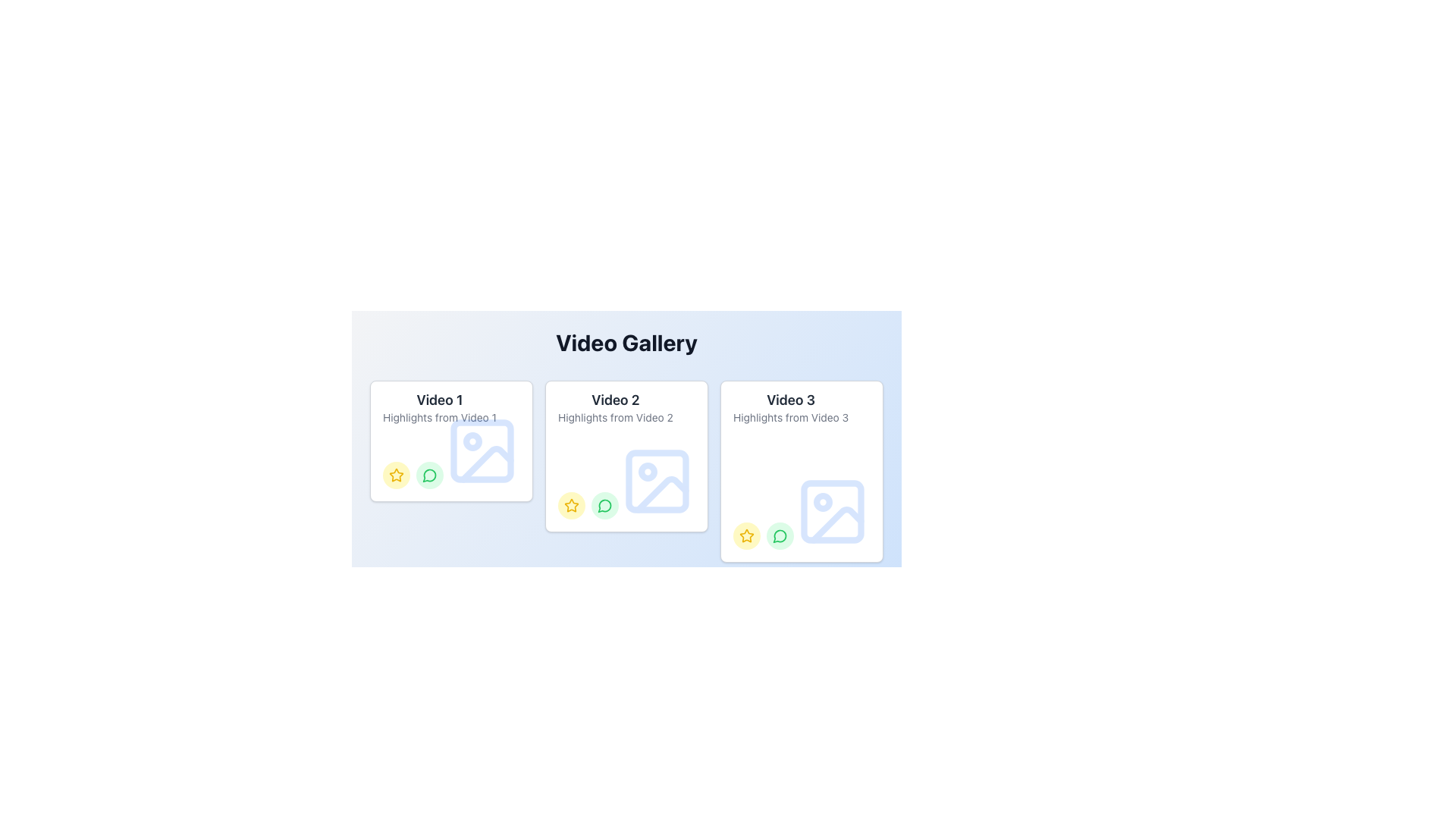  Describe the element at coordinates (626, 342) in the screenshot. I see `the 'Video Gallery' static text header, which is prominently displayed in bold and large font at the top center of the section, contrasting against a lighter background` at that location.